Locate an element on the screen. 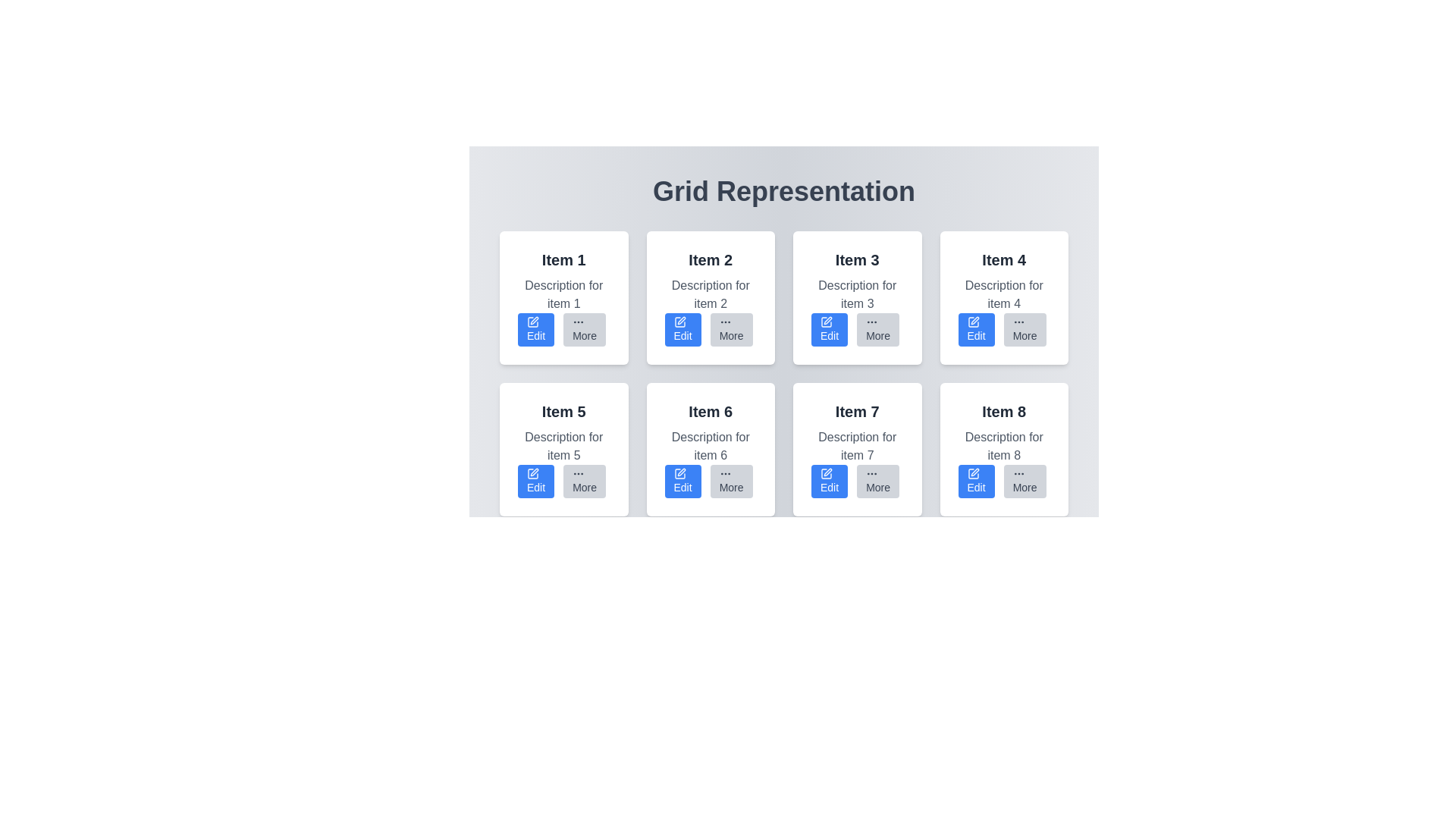  bold heading text 'Item 4' located at the top of the fourth card in the grid layout is located at coordinates (1004, 259).